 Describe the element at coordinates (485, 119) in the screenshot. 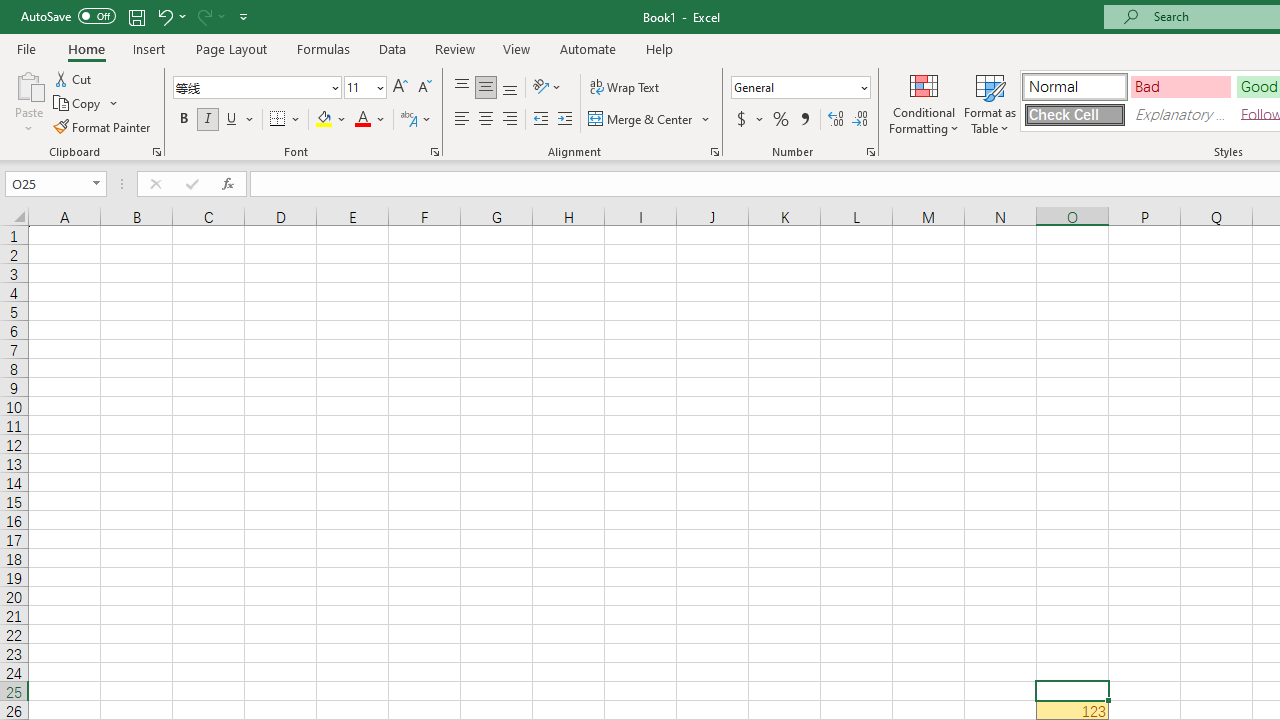

I see `'Center'` at that location.